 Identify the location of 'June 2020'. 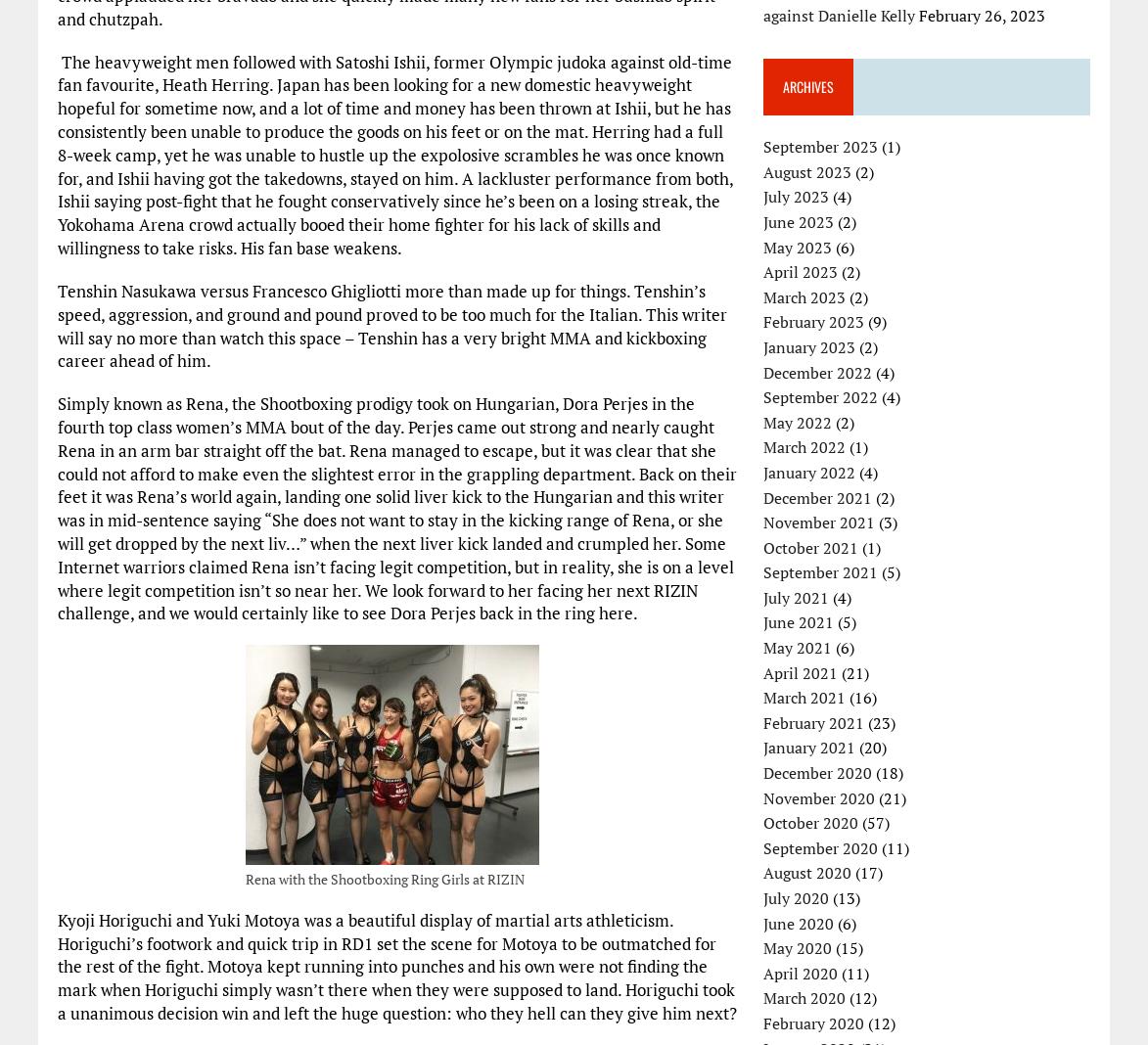
(799, 923).